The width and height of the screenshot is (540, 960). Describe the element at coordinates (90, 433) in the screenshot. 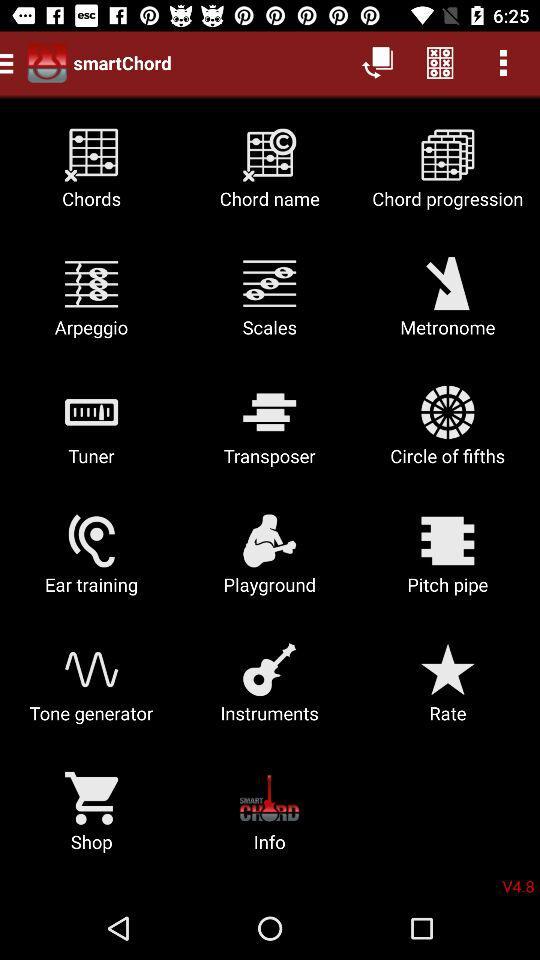

I see `the item above the ear training` at that location.